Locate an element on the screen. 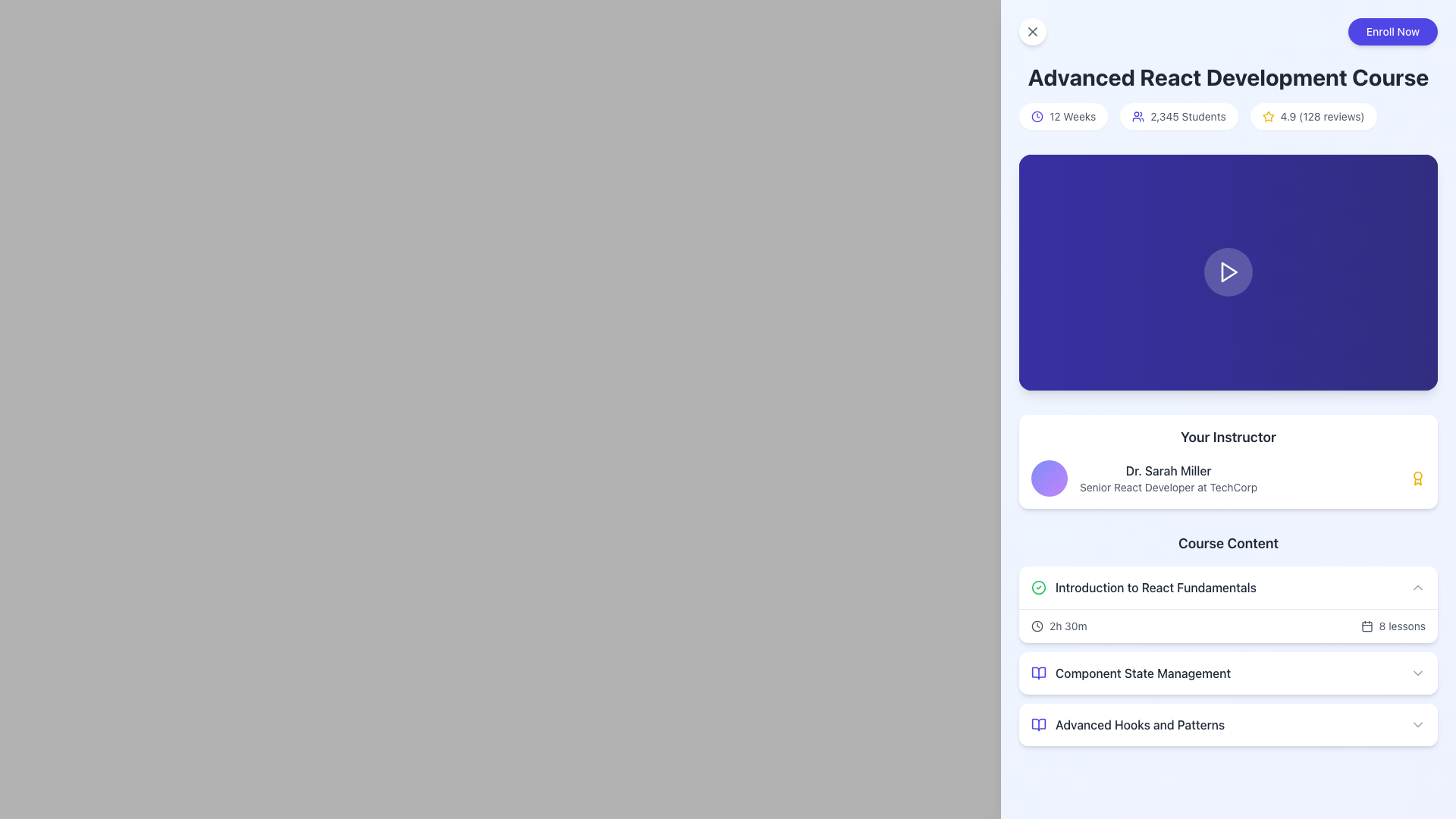 This screenshot has height=819, width=1456. the Informational Banner titled 'Your Instructor', which includes the name 'Dr. Sarah Miller' and designation 'Senior React Developer at TechCorp' is located at coordinates (1228, 460).